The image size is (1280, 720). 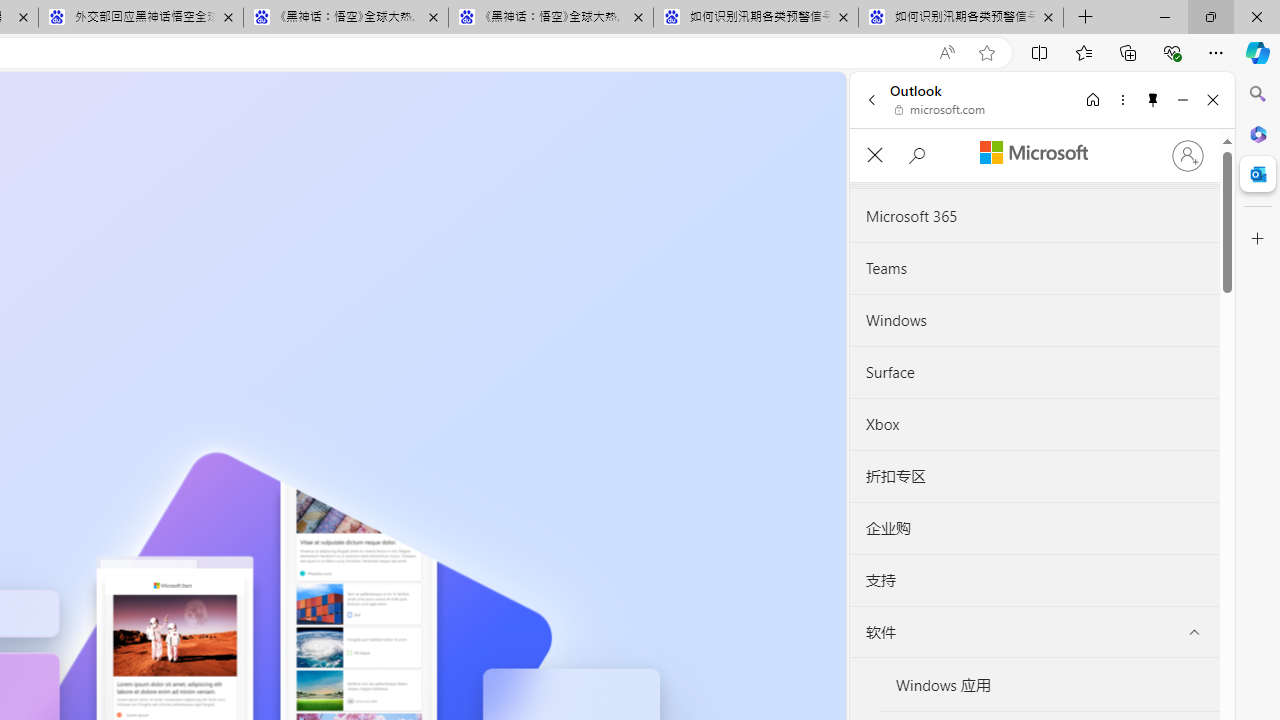 I want to click on 'Close All Microsoft list', so click(x=874, y=154).